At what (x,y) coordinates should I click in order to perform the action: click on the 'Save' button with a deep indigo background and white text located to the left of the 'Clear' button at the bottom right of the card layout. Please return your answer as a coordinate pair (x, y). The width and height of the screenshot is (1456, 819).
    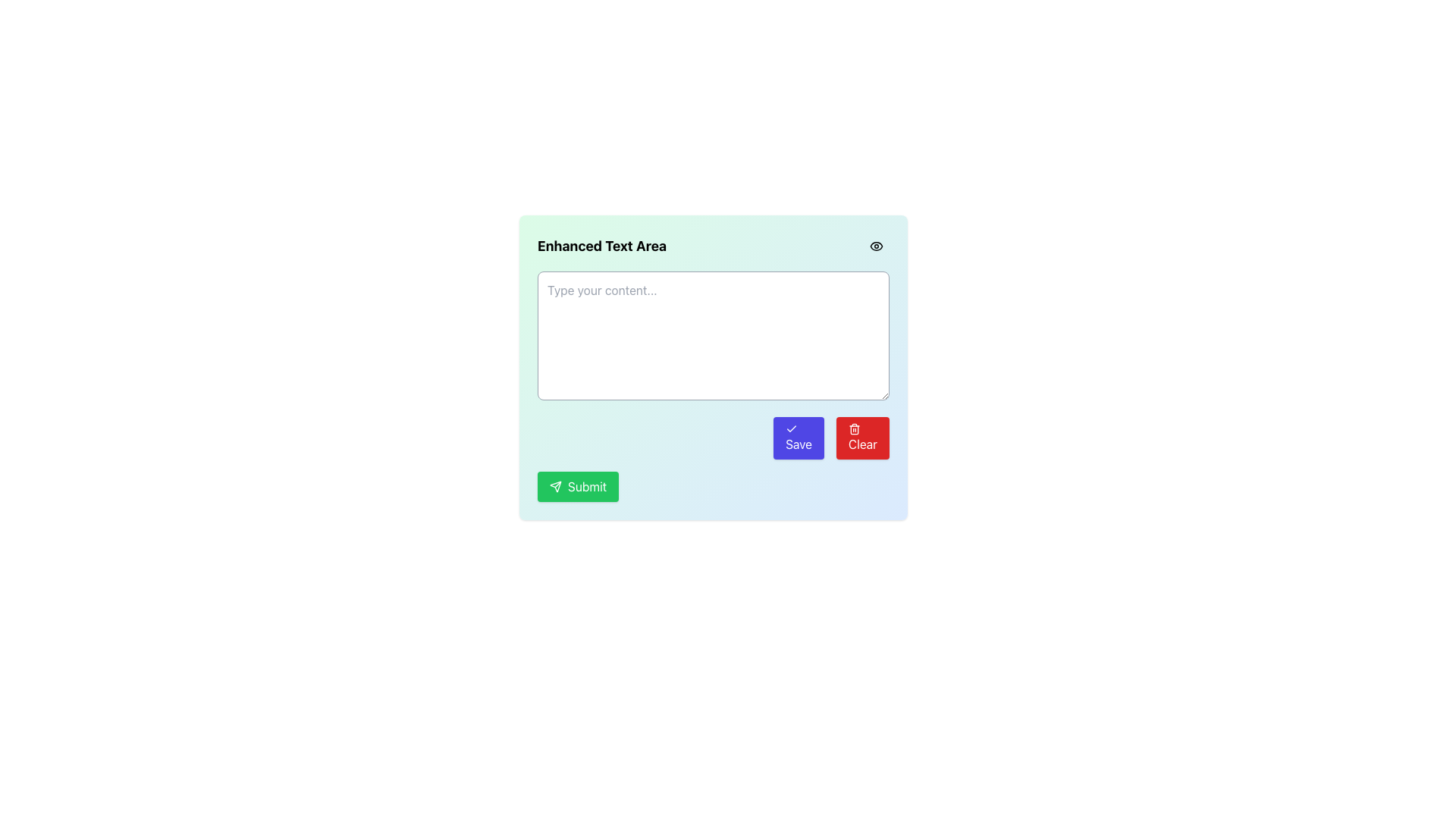
    Looking at the image, I should click on (798, 438).